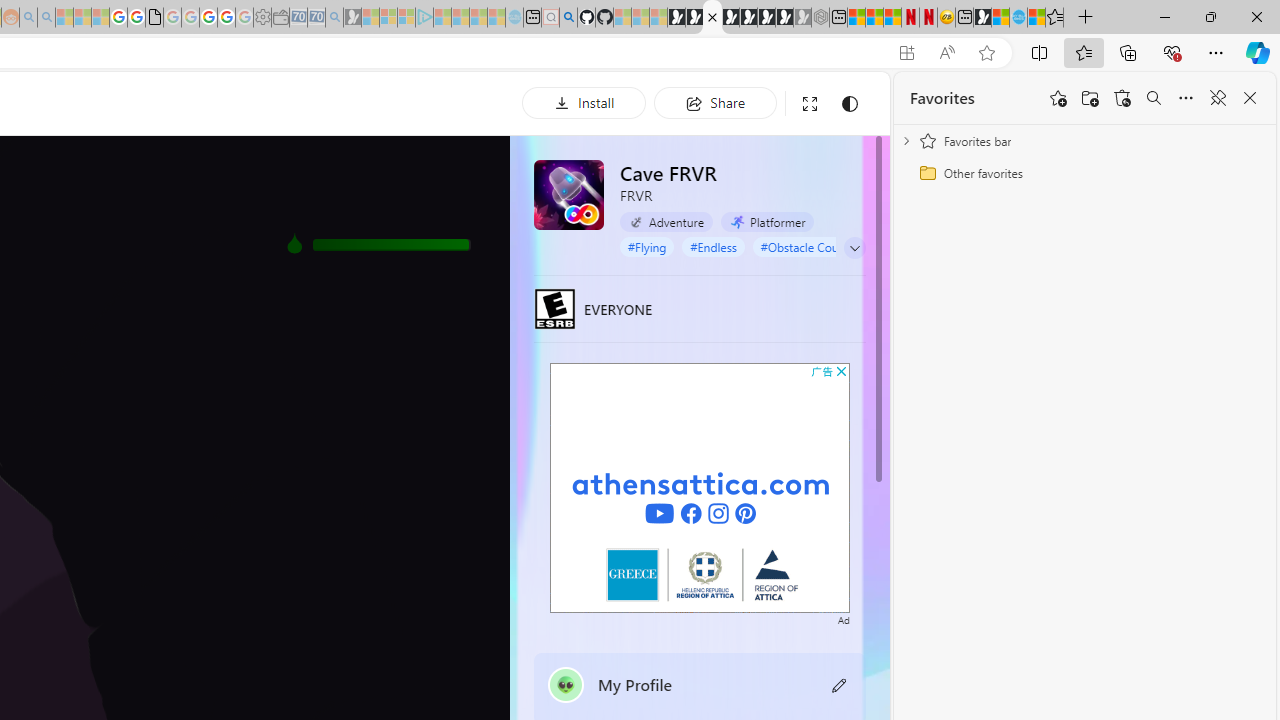 Image resolution: width=1280 pixels, height=720 pixels. Describe the element at coordinates (261, 17) in the screenshot. I see `'Settings - Sleeping'` at that location.